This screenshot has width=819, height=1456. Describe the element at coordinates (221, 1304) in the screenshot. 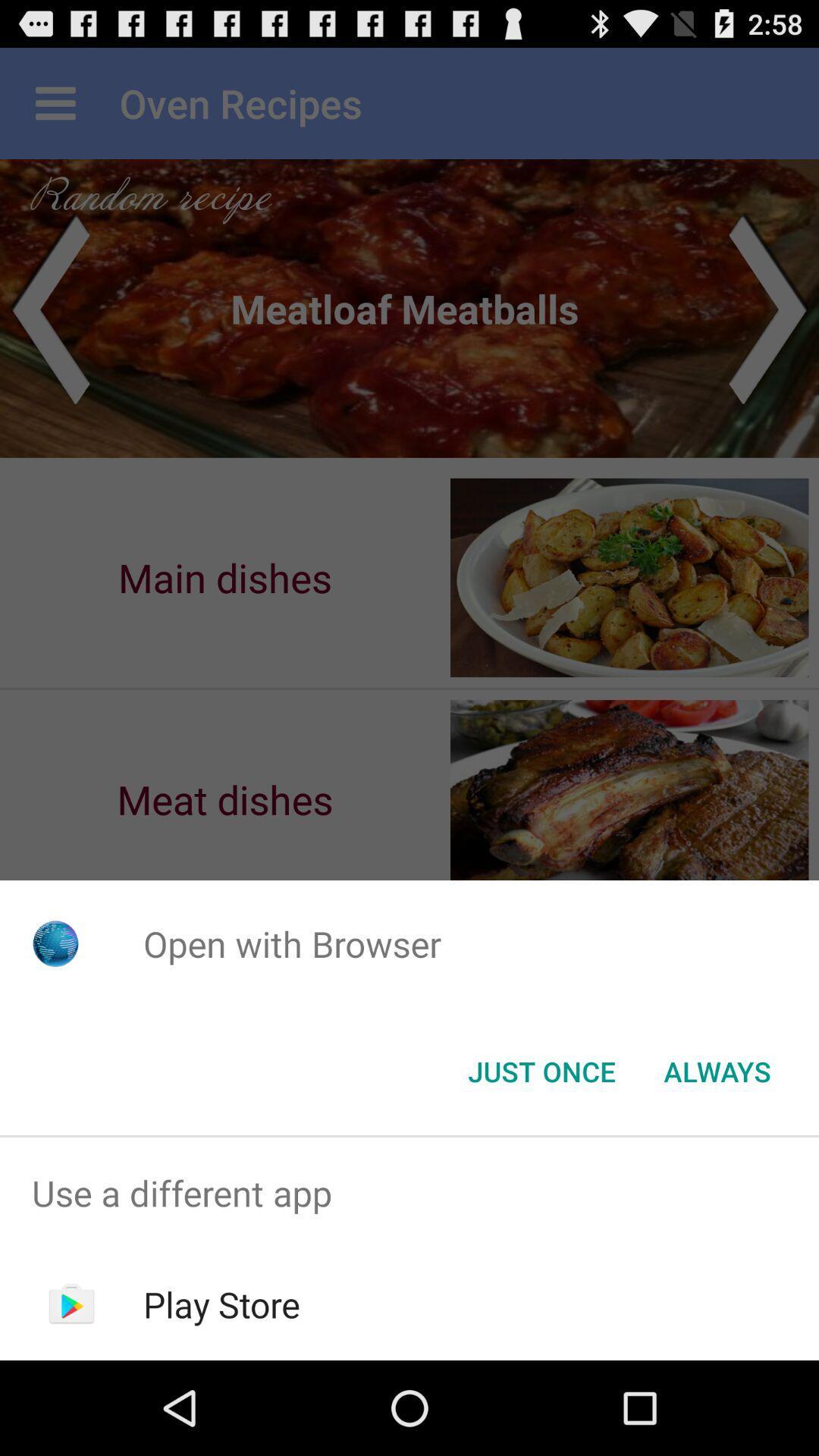

I see `app below the use a different` at that location.